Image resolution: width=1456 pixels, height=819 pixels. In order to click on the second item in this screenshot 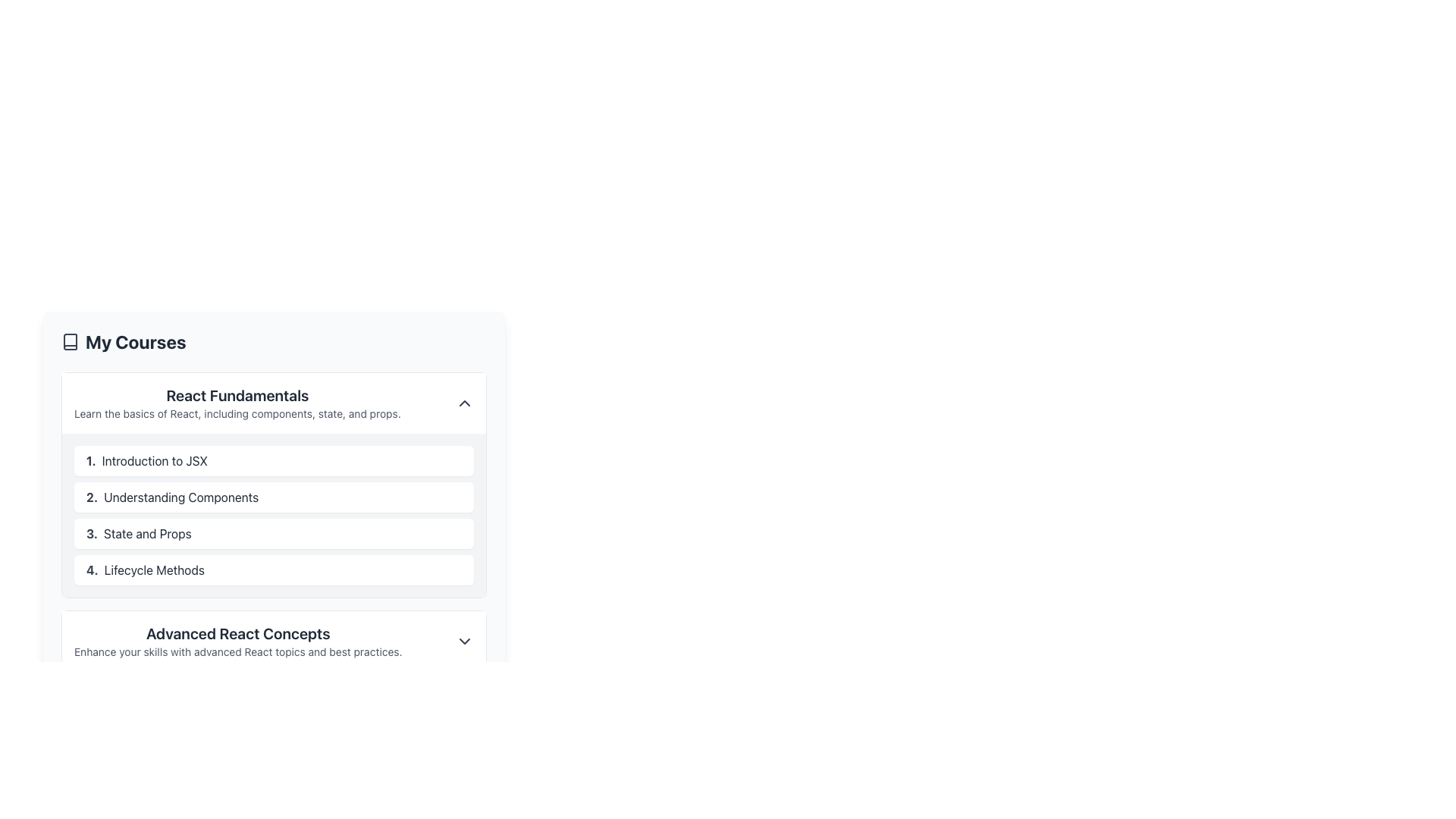, I will do `click(274, 485)`.